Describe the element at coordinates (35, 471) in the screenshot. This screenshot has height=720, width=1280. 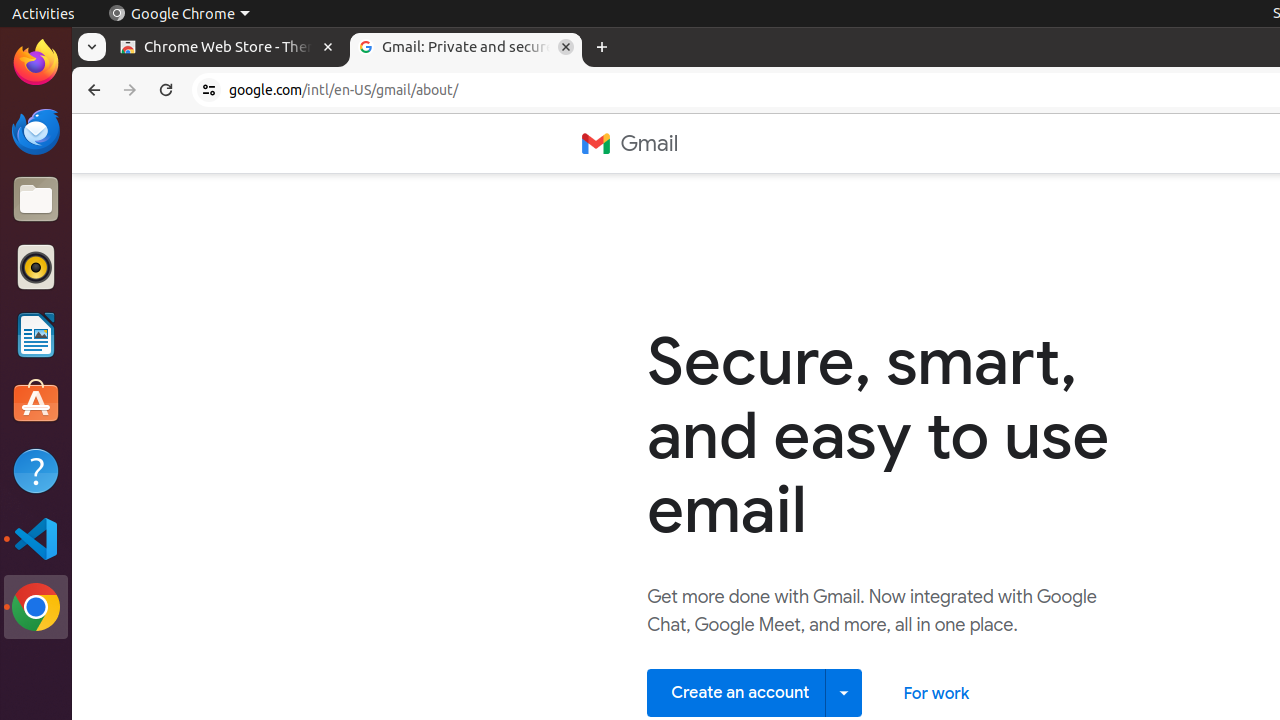
I see `'Help'` at that location.